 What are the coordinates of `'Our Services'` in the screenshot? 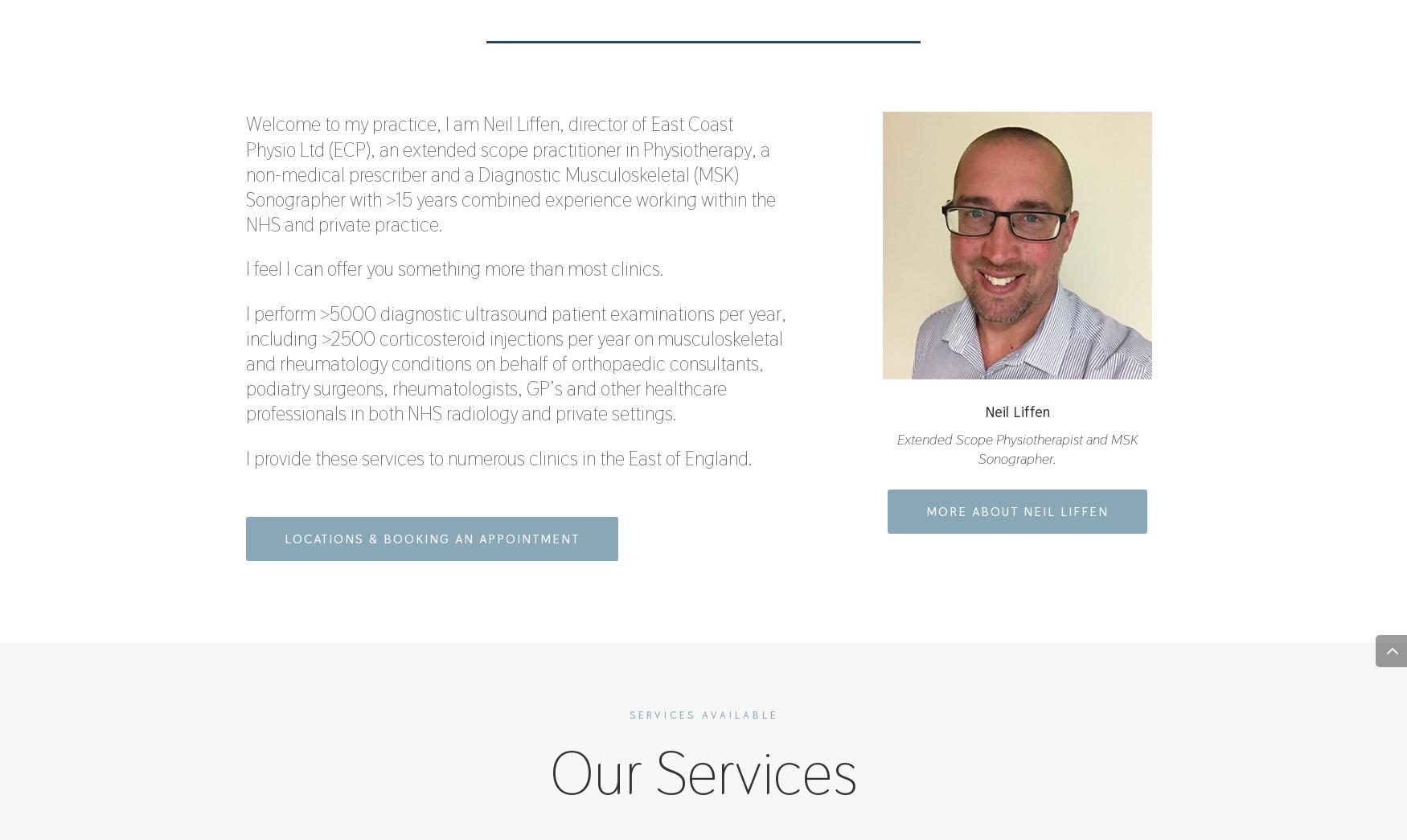 It's located at (703, 771).